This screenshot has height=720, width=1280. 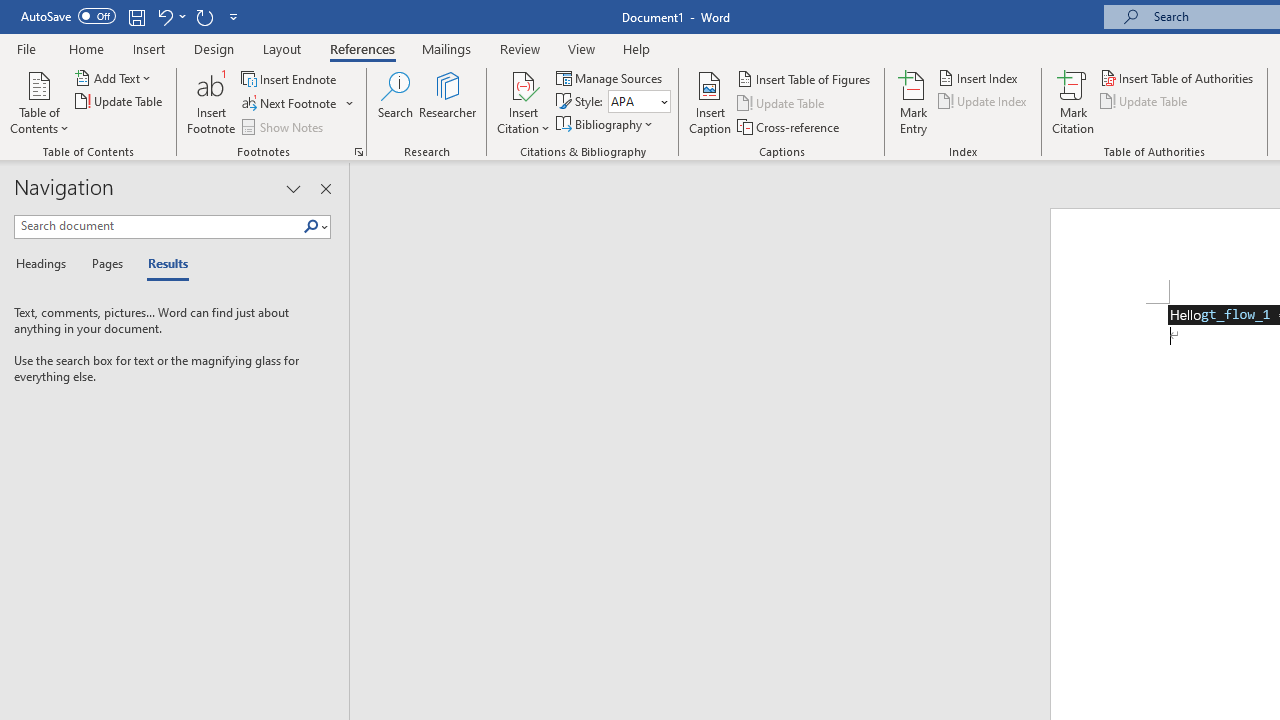 I want to click on 'Insert Caption...', so click(x=710, y=103).